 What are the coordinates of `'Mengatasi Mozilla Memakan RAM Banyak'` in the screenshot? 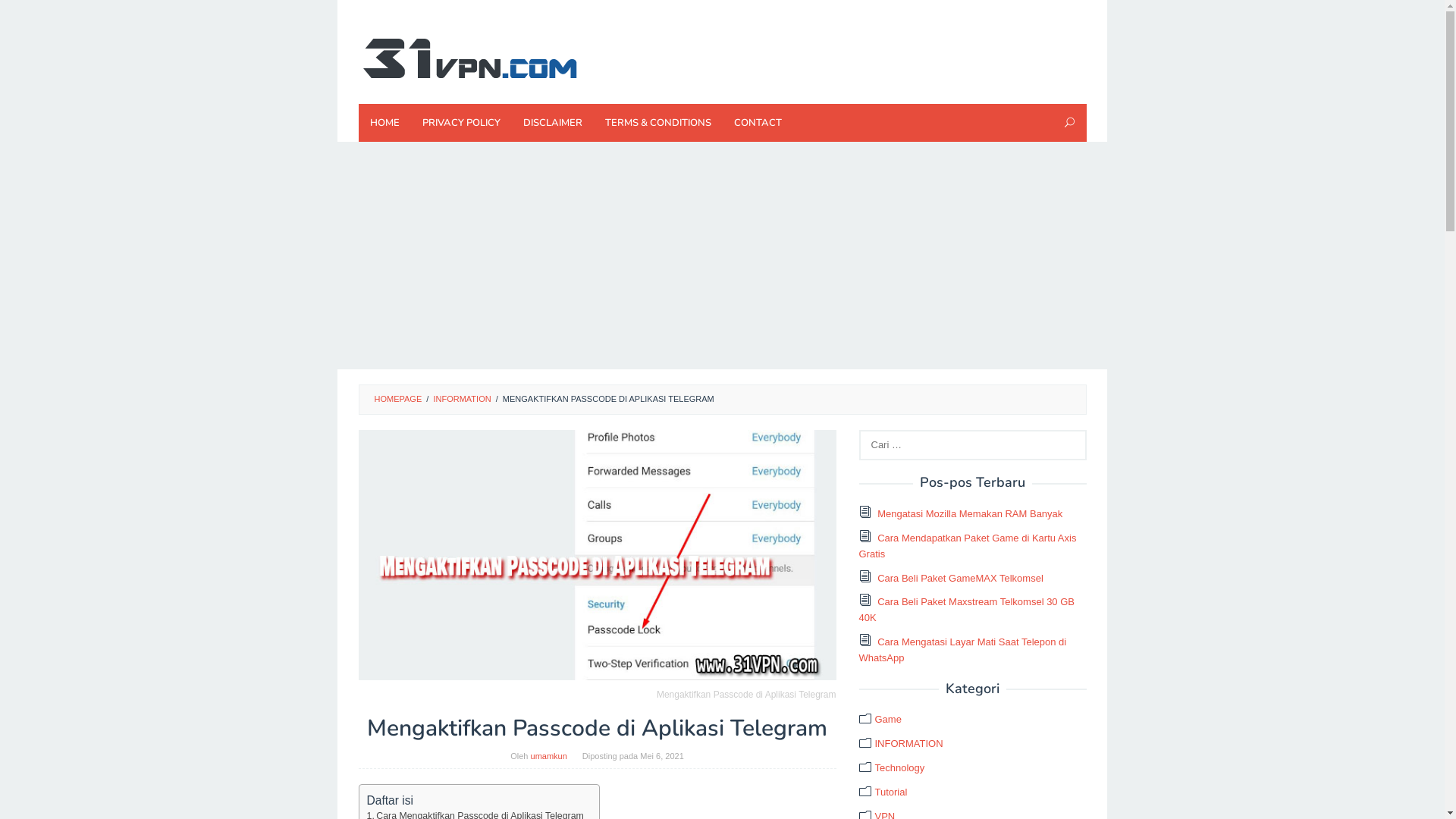 It's located at (968, 513).